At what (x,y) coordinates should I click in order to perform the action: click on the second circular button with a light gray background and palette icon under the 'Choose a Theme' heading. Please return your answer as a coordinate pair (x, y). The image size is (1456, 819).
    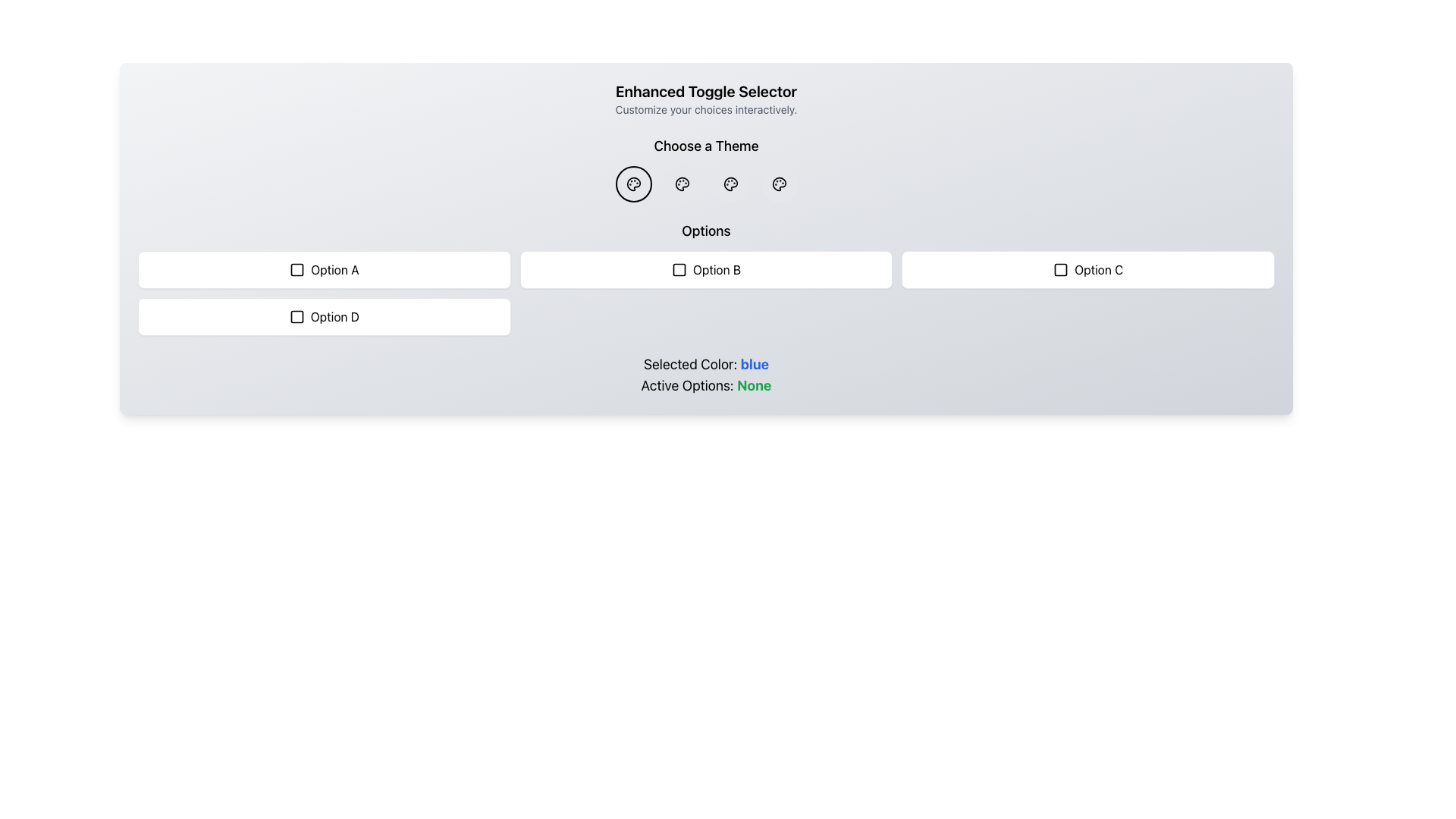
    Looking at the image, I should click on (681, 184).